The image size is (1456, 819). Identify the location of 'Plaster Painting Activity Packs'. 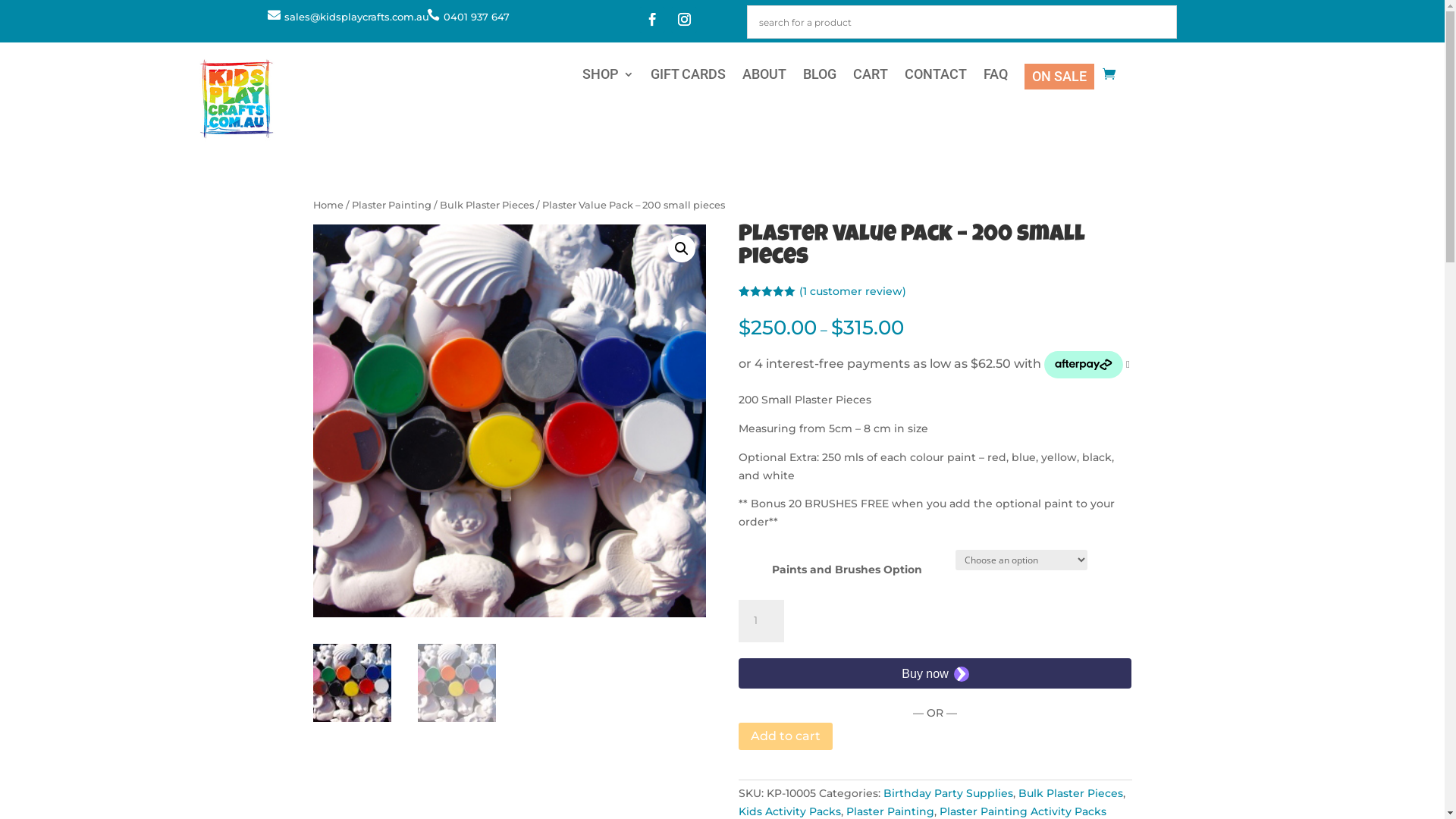
(1022, 810).